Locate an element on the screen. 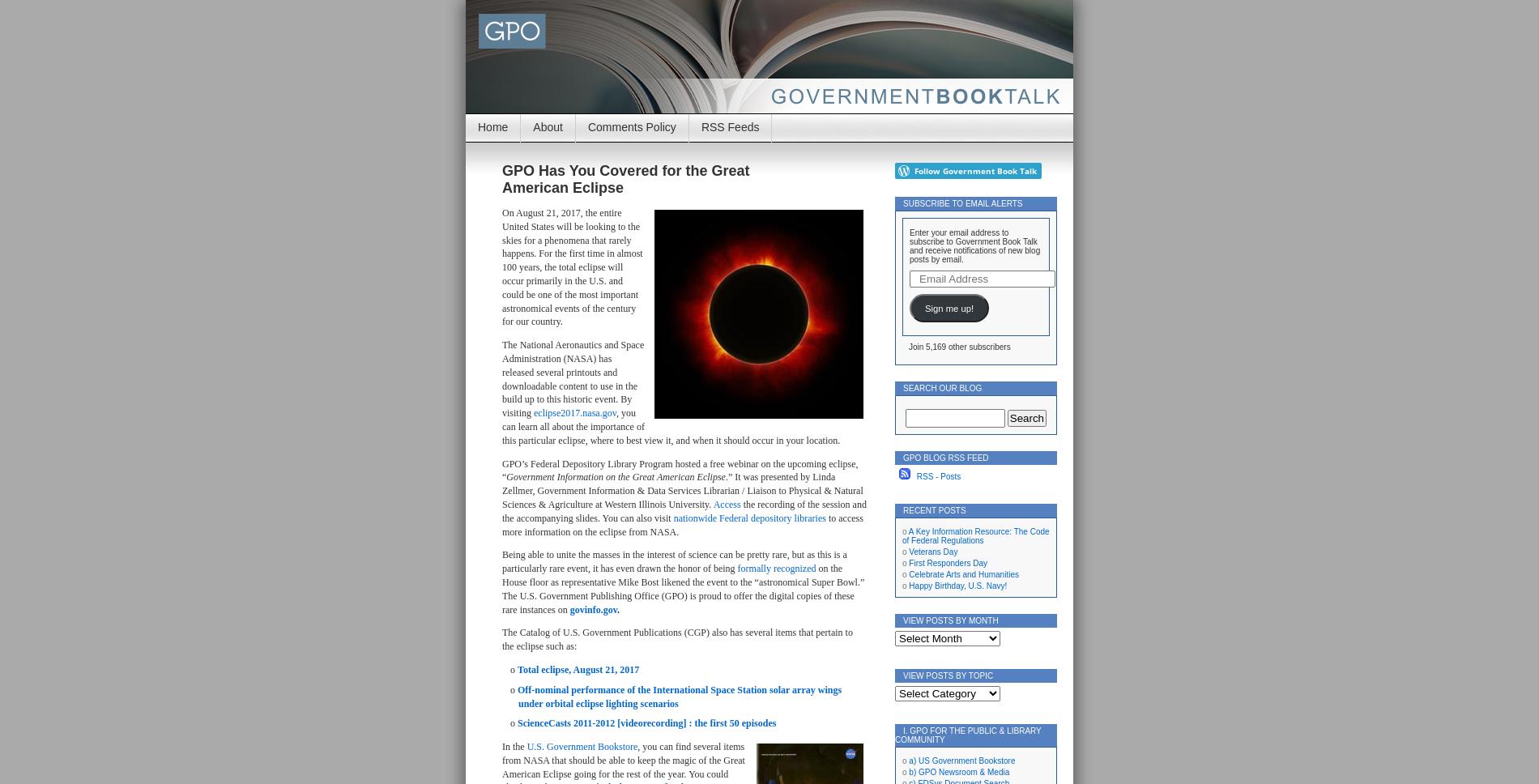  'Happy Birthday, U.S. Navy!' is located at coordinates (908, 585).